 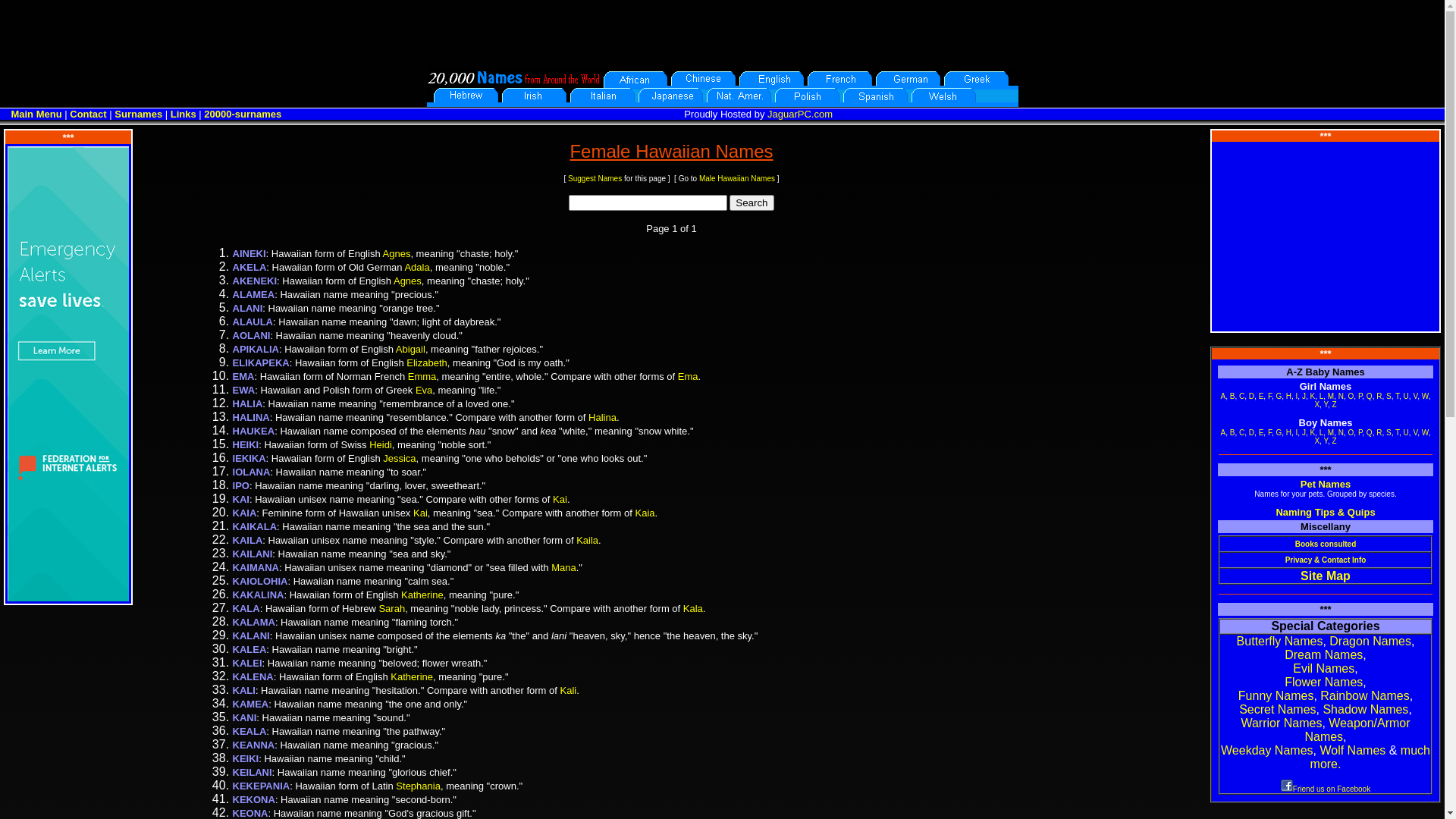 I want to click on 'Agnes', so click(x=397, y=253).